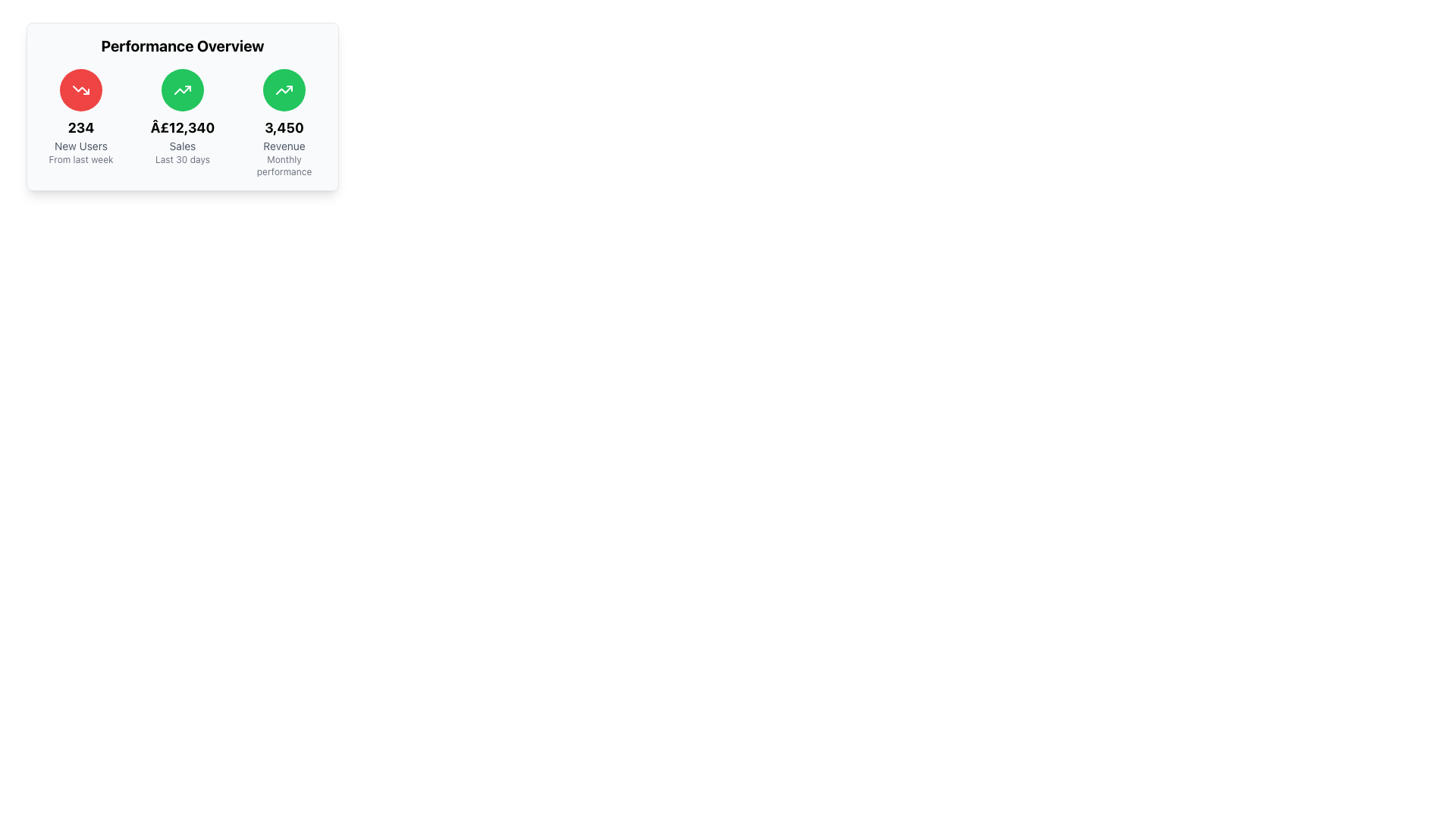  Describe the element at coordinates (182, 122) in the screenshot. I see `the icons on the sales data display card component, which is positioned in the center of a three-column grid layout under the 'Performance Overview' header` at that location.